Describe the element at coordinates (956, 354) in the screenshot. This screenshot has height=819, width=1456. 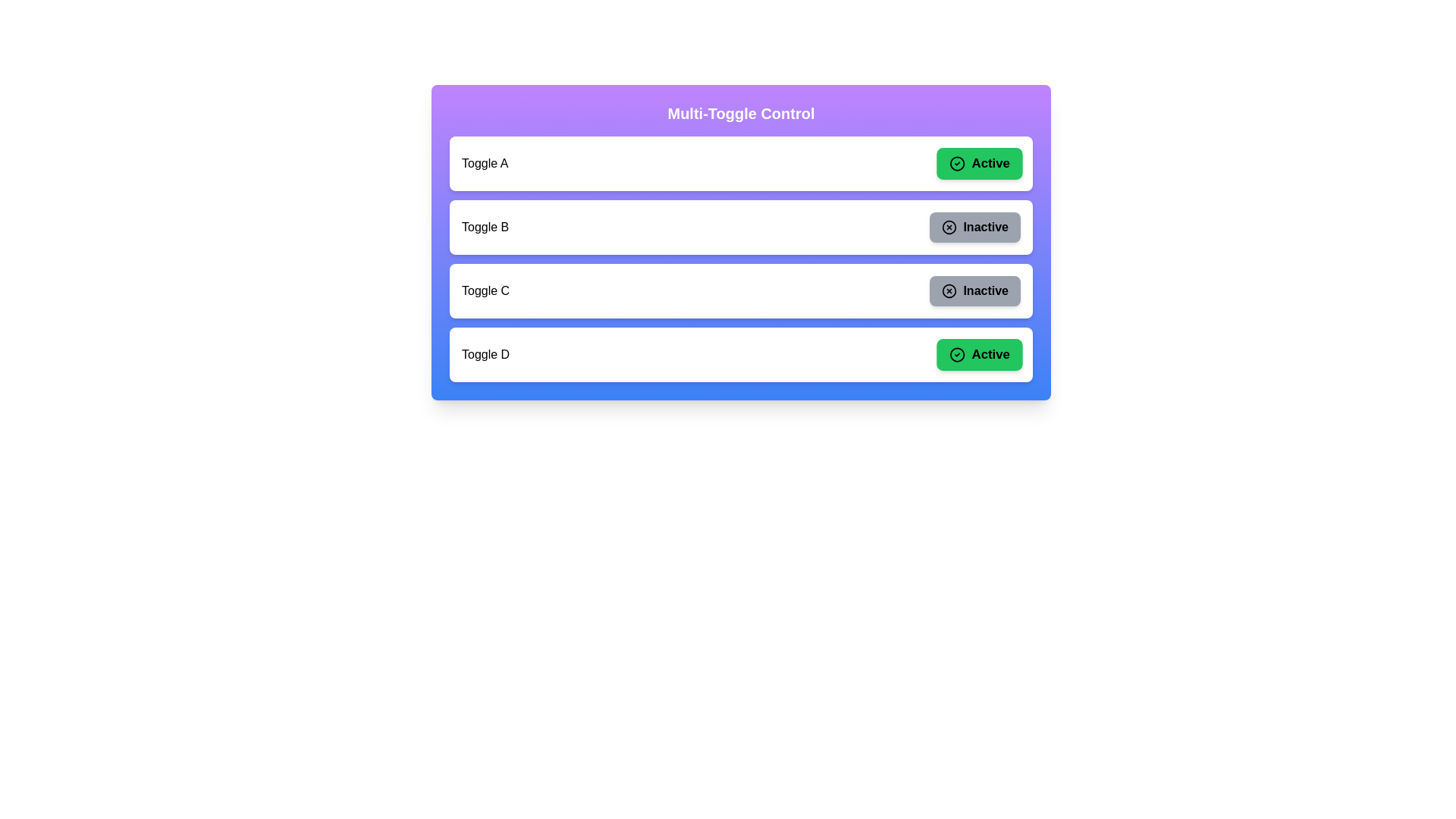
I see `circular icon graphic with a black checkmark on a green background located at the end of the 'Toggle D' row in the multi-toggle control interface` at that location.